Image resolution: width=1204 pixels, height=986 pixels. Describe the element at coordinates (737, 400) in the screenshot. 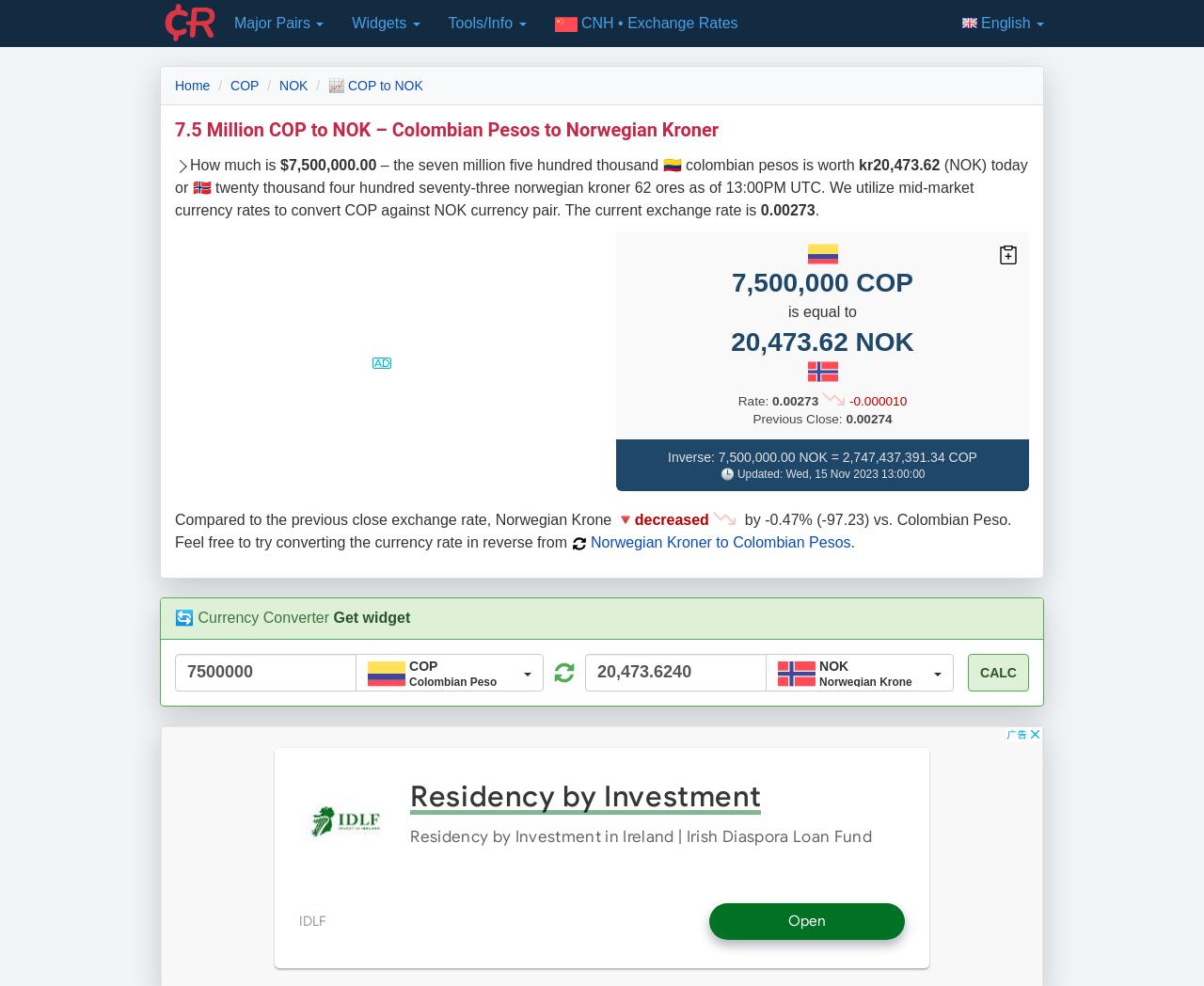

I see `'Rate:'` at that location.